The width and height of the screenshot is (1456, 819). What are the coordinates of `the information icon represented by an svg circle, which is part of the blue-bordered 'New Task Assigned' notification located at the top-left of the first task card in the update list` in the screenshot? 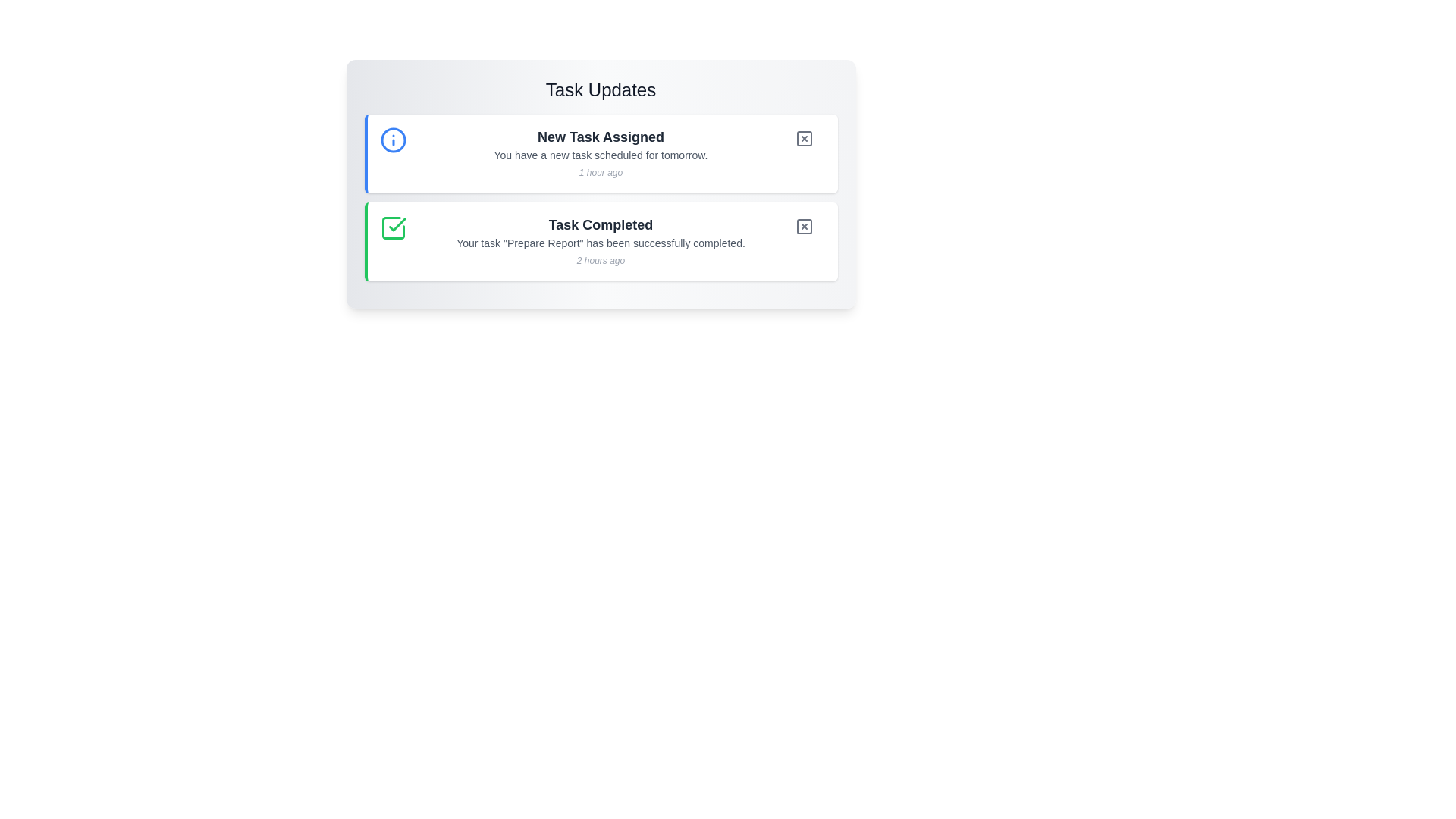 It's located at (393, 140).